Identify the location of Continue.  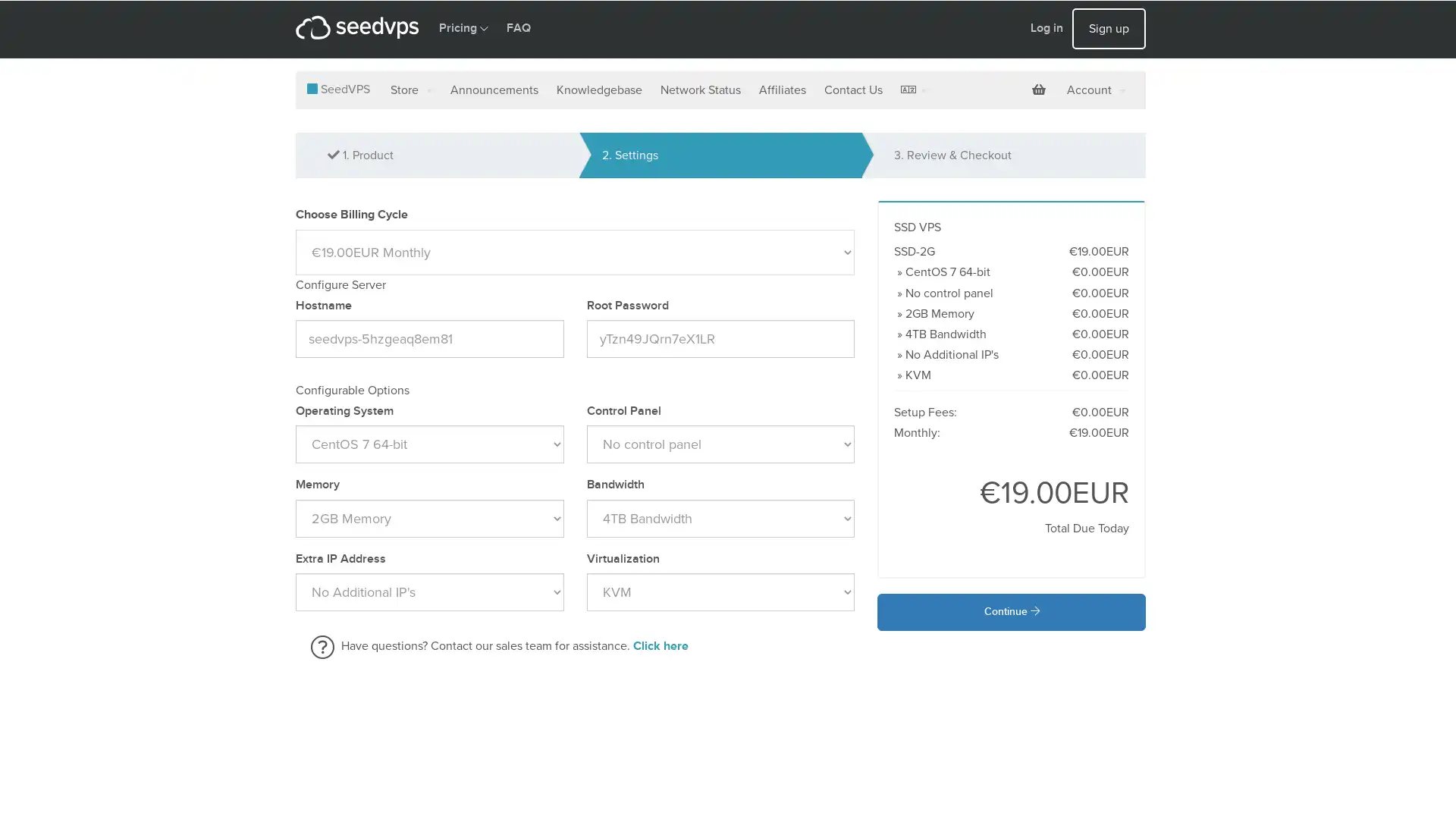
(1011, 610).